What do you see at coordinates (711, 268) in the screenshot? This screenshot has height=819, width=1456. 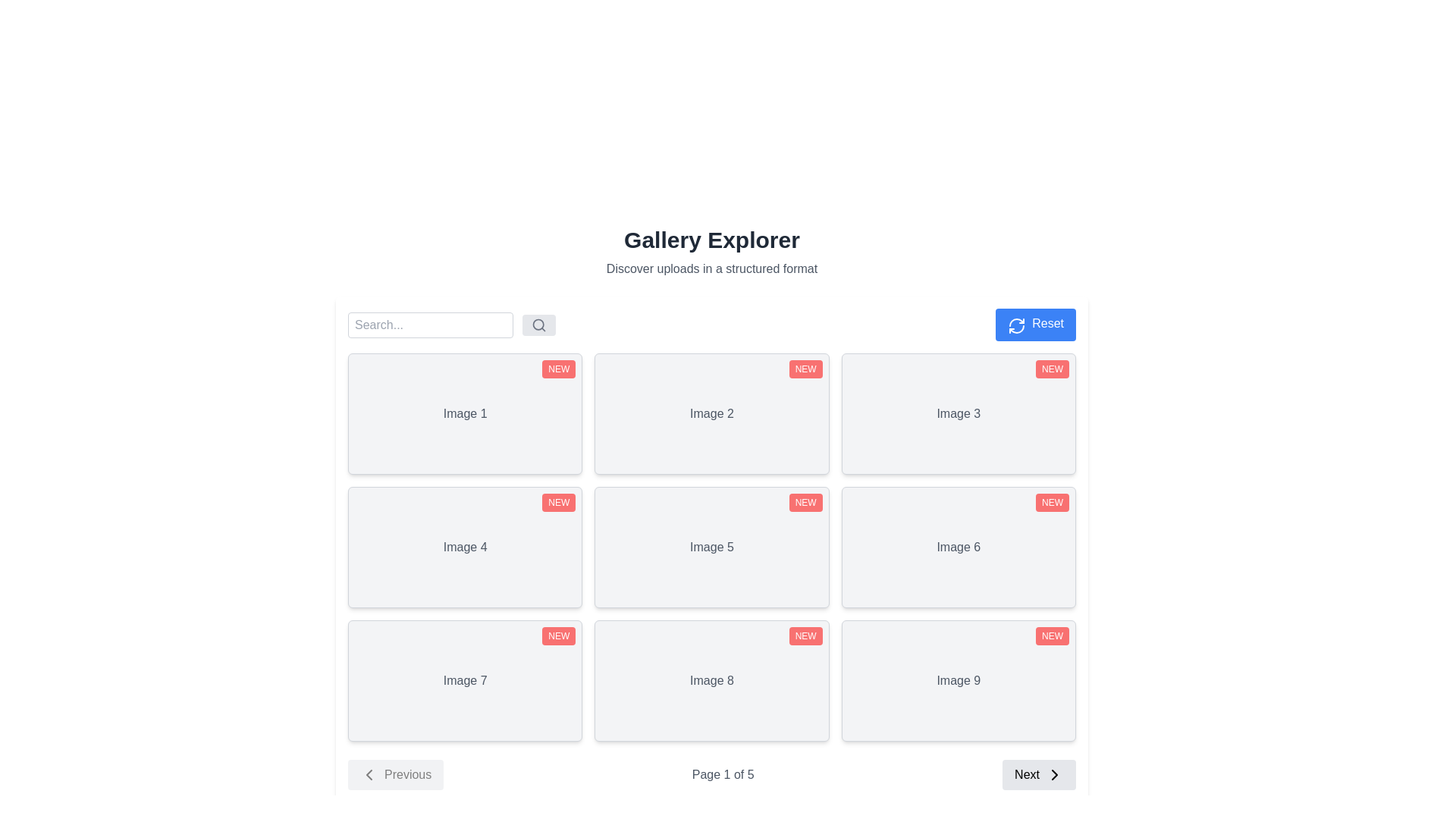 I see `the static text element stating 'Discover uploads in a structured format', which is positioned directly below the header 'Gallery Explorer'` at bounding box center [711, 268].